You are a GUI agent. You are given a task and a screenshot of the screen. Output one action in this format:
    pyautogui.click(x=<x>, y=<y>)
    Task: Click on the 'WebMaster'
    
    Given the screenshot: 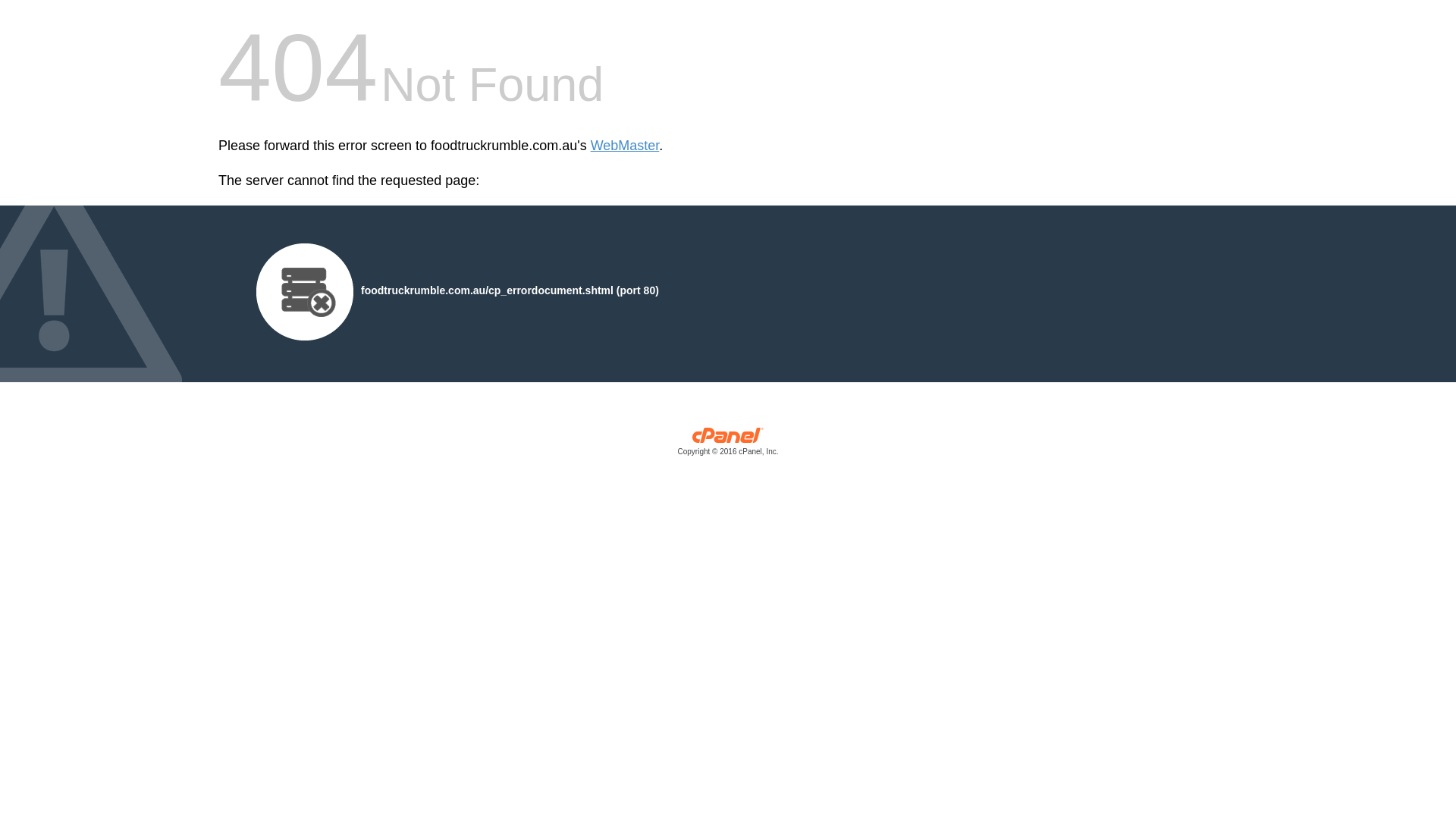 What is the action you would take?
    pyautogui.click(x=589, y=146)
    